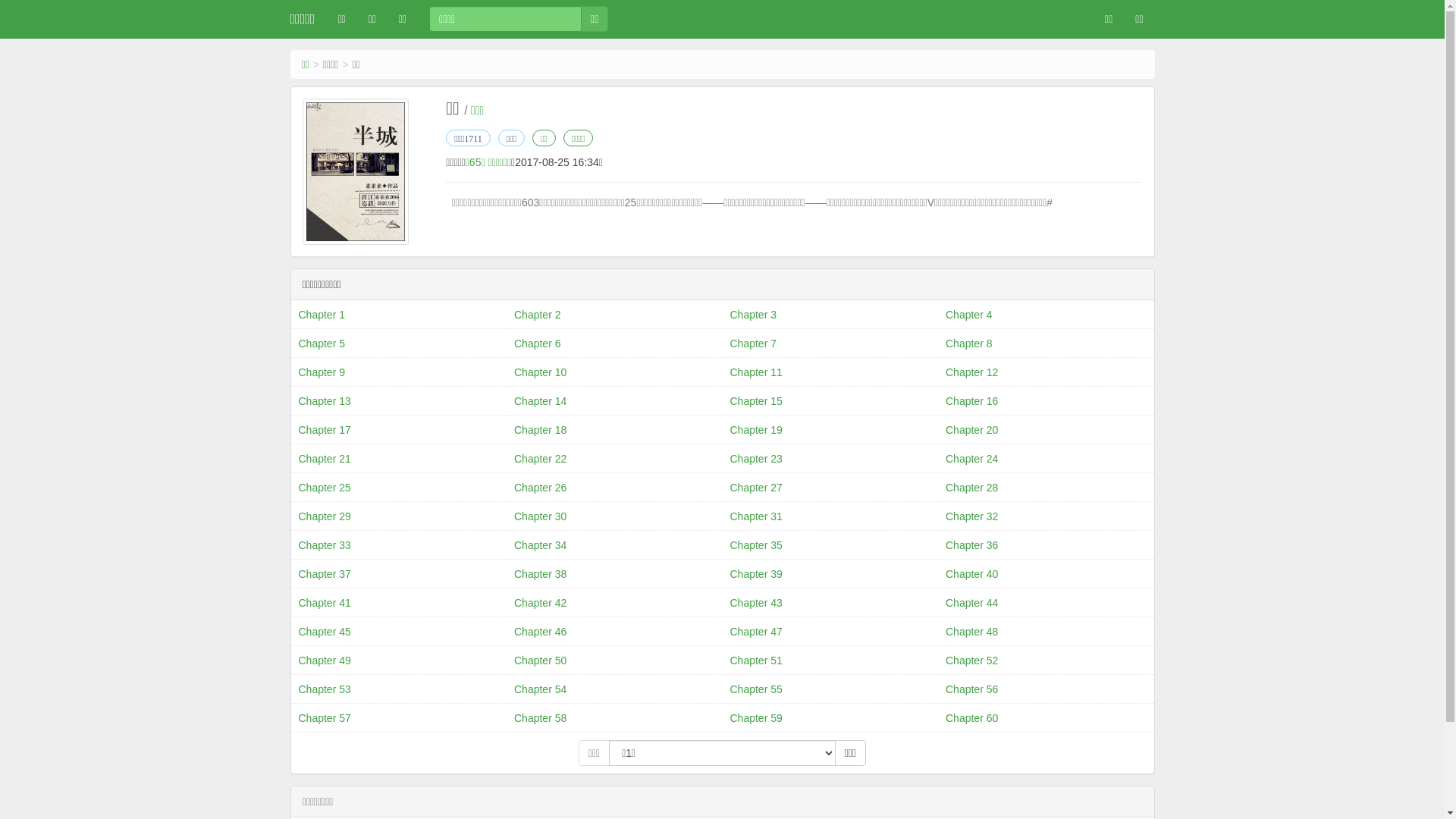 The width and height of the screenshot is (1456, 819). What do you see at coordinates (829, 632) in the screenshot?
I see `'Chapter 47'` at bounding box center [829, 632].